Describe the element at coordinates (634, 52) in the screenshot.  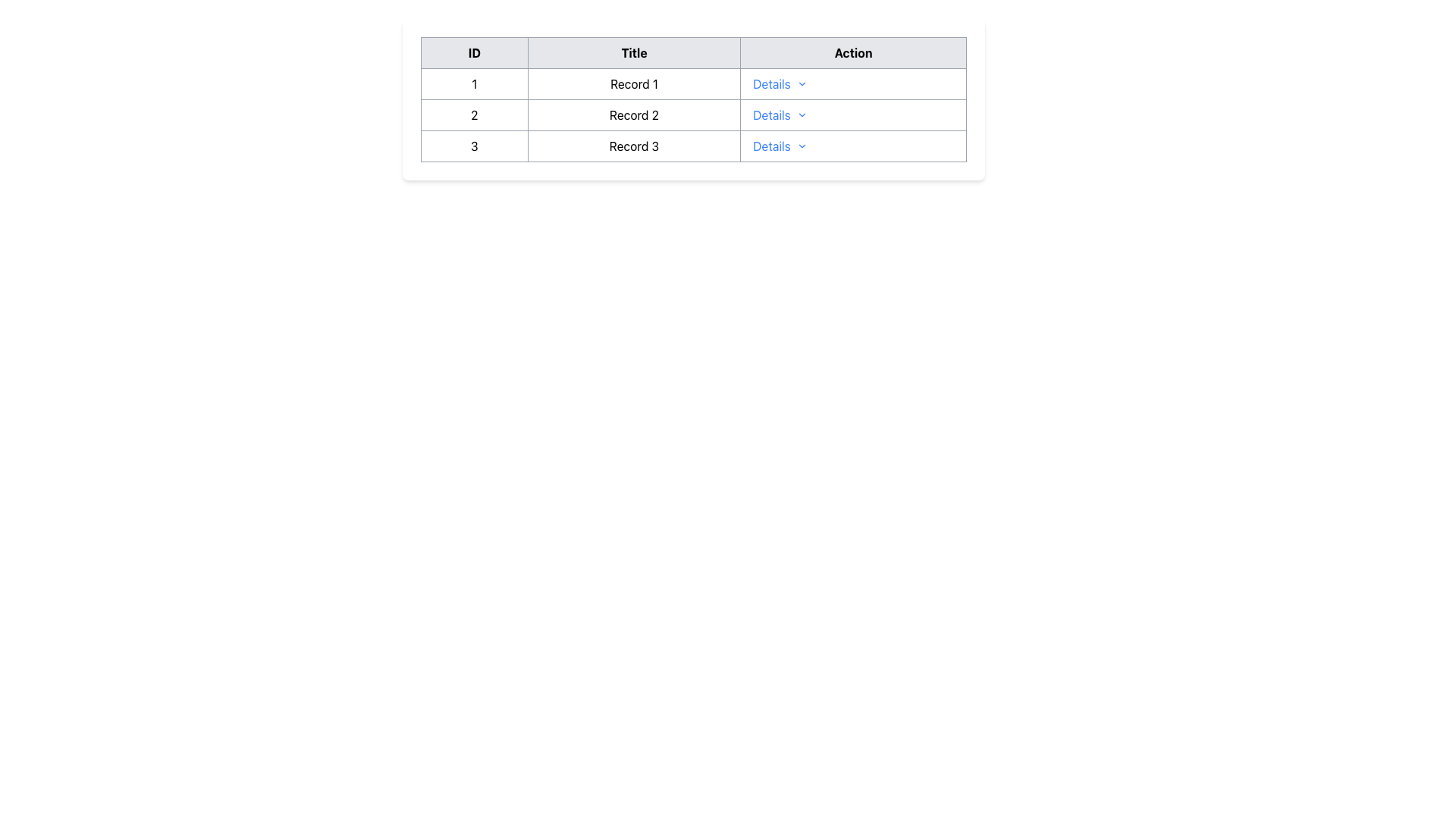
I see `title text from the Table Header Cell labeled 'Title', which is the second column header in the table` at that location.